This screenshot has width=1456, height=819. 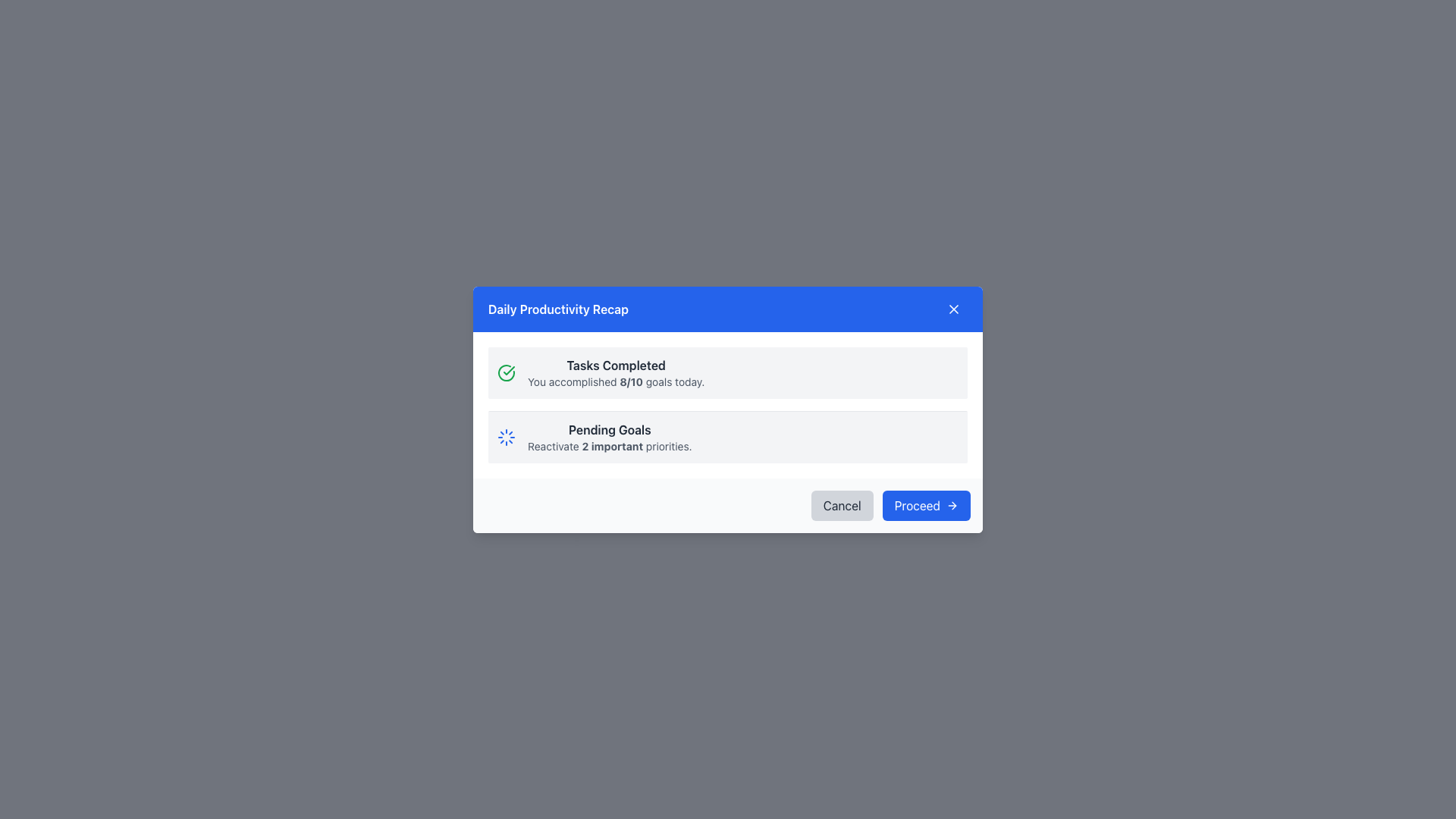 I want to click on the 'Cancel' button, which is a rectangular button with rounded corners, light gray background, and black text, located at the bottom-right section of the modal interface, so click(x=841, y=505).